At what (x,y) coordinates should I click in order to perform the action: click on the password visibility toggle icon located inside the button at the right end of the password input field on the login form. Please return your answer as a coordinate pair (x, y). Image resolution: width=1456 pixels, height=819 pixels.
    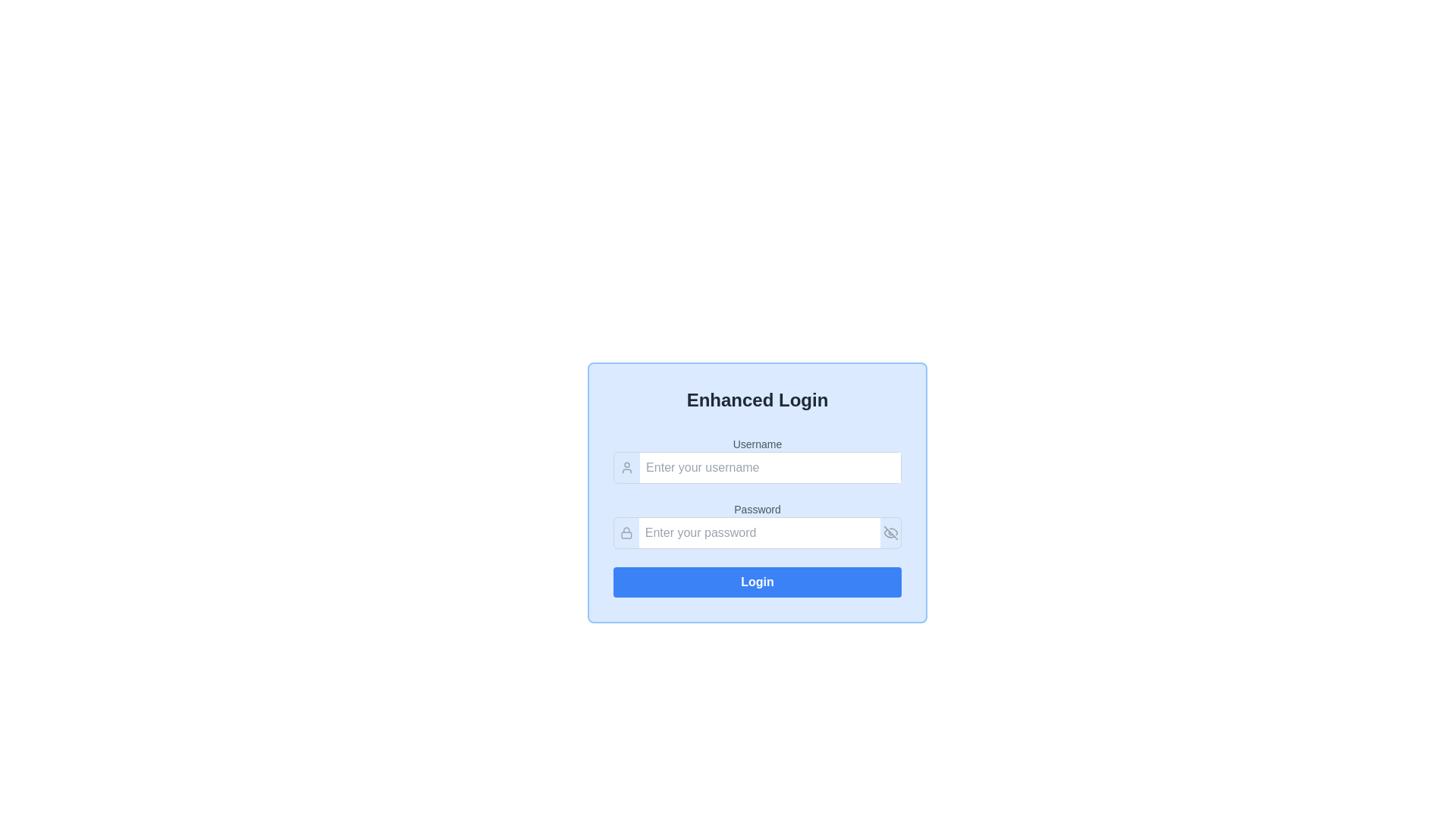
    Looking at the image, I should click on (890, 532).